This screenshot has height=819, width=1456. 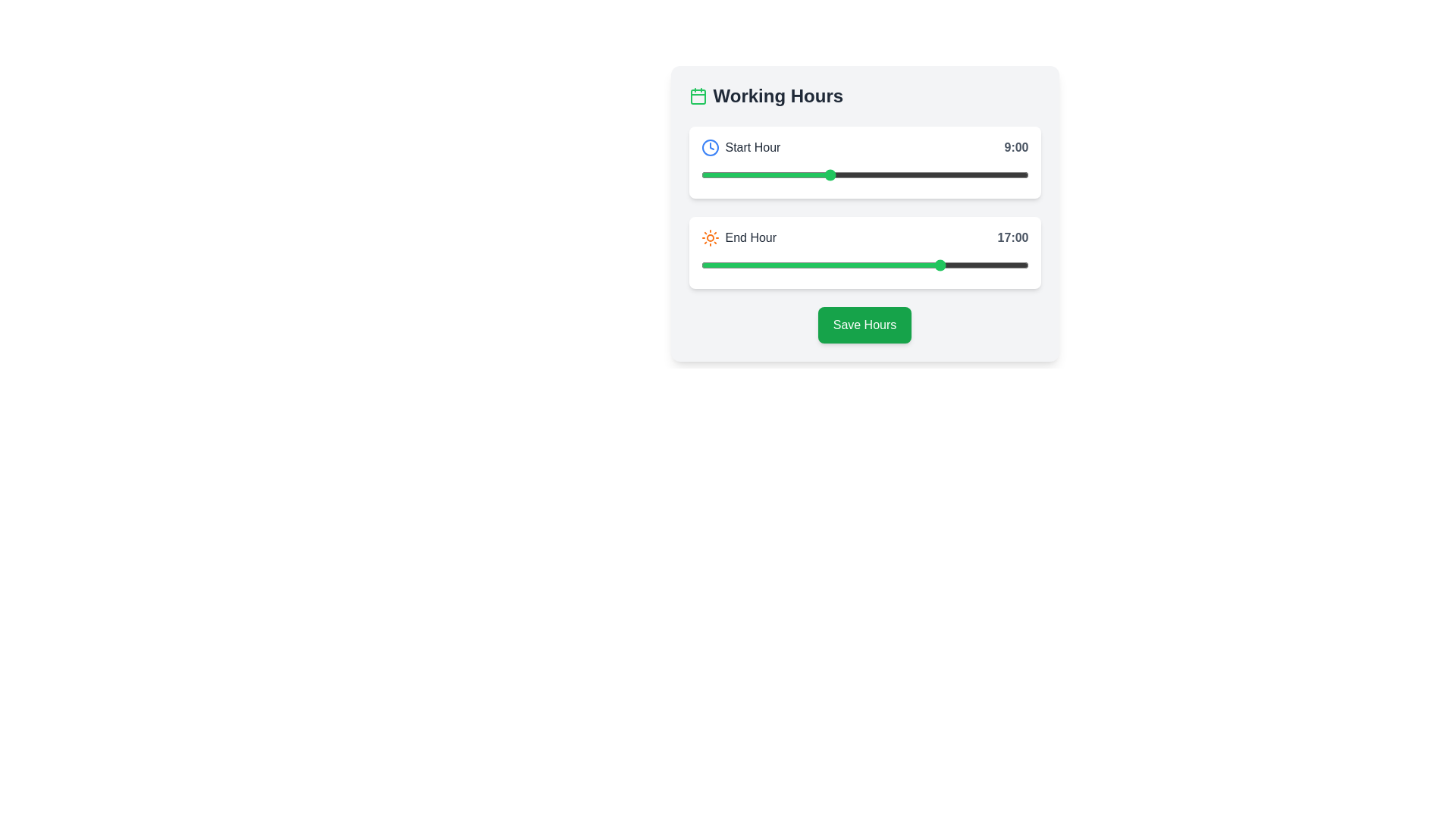 What do you see at coordinates (697, 96) in the screenshot?
I see `the green calendar icon with rounded edges located to the left of the 'Working Hours' text` at bounding box center [697, 96].